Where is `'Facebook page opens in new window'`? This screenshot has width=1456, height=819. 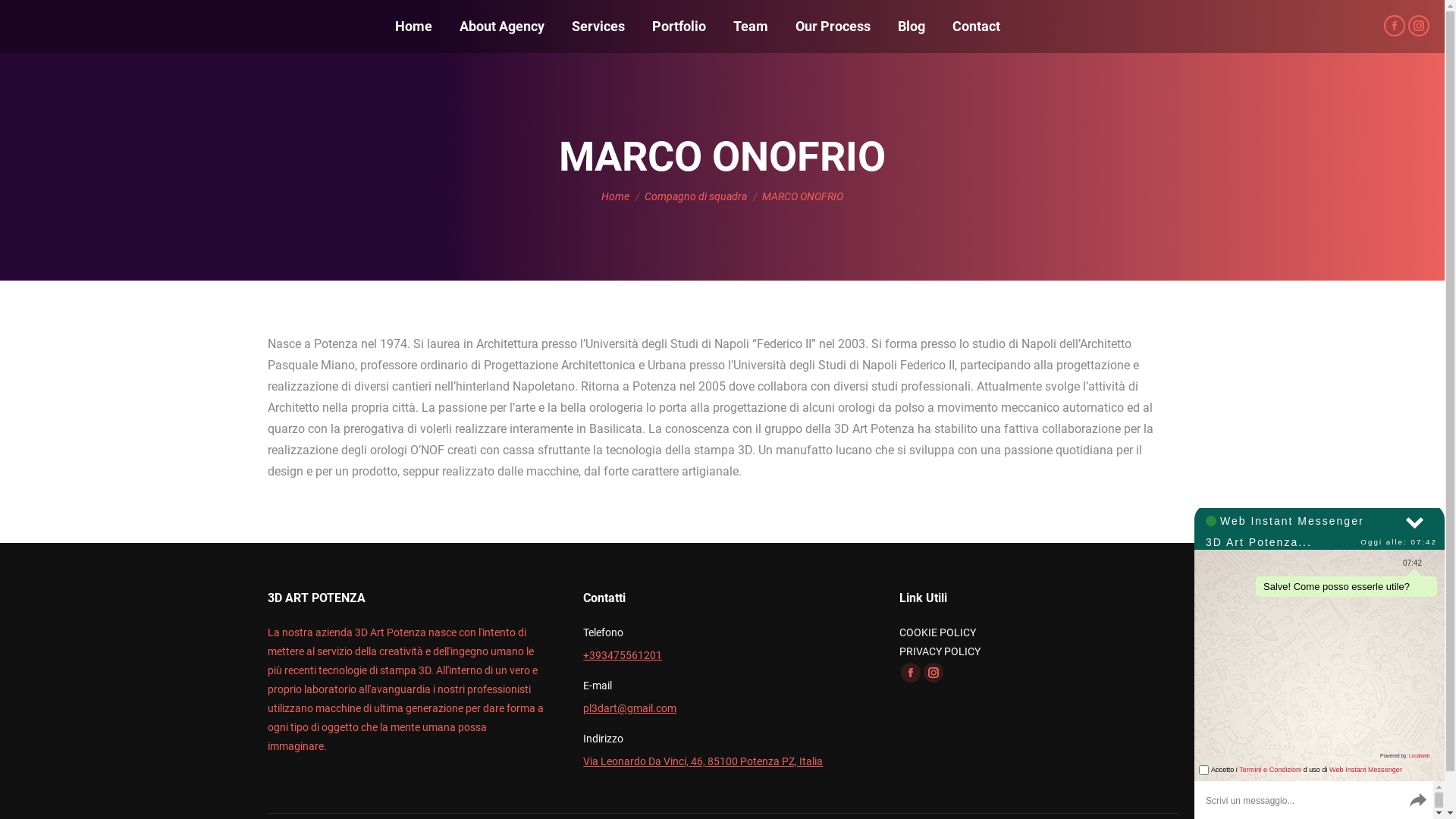
'Facebook page opens in new window' is located at coordinates (1394, 26).